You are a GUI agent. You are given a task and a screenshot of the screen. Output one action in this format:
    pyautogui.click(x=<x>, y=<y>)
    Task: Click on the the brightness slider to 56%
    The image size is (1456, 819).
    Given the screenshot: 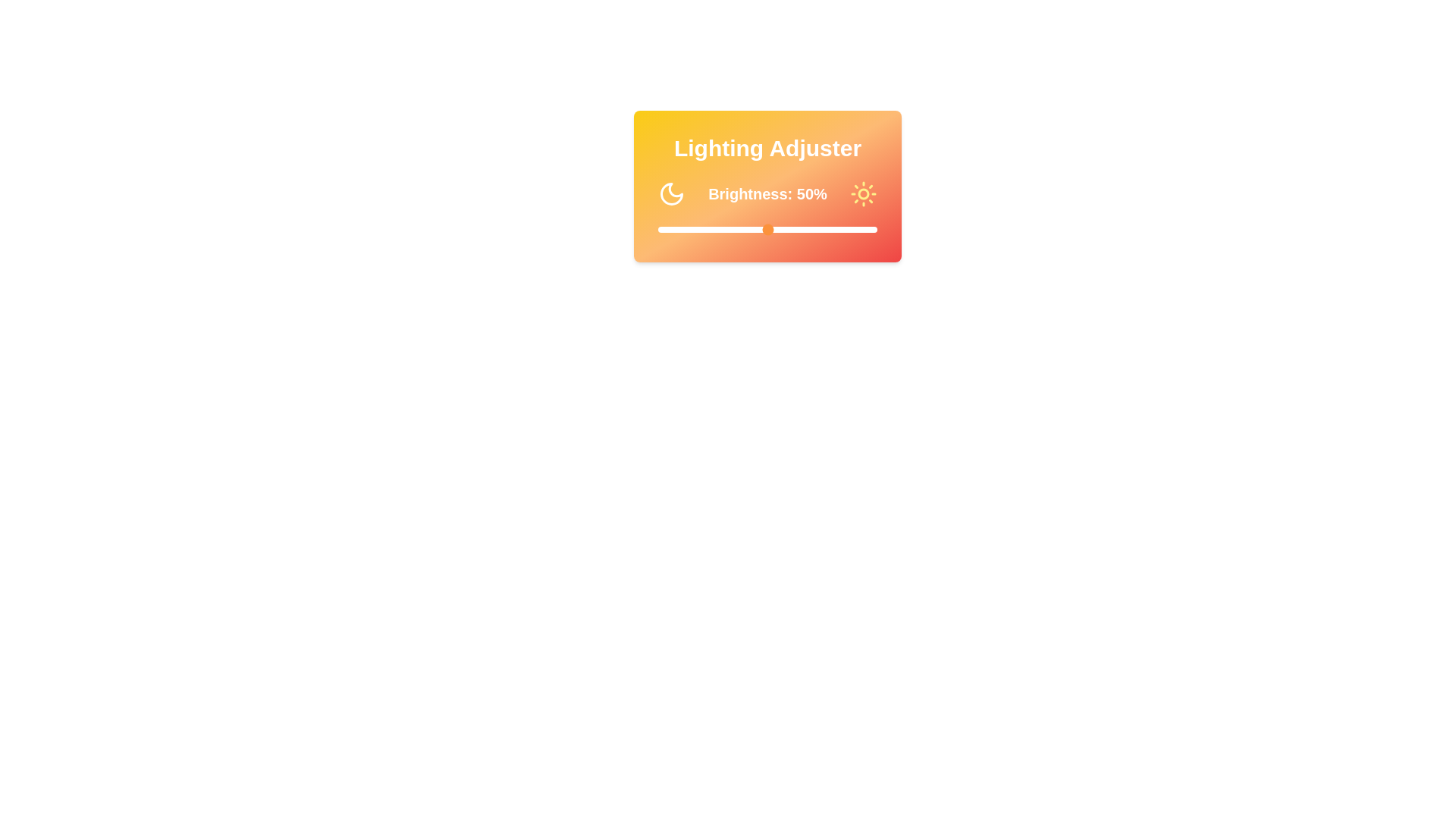 What is the action you would take?
    pyautogui.click(x=780, y=230)
    